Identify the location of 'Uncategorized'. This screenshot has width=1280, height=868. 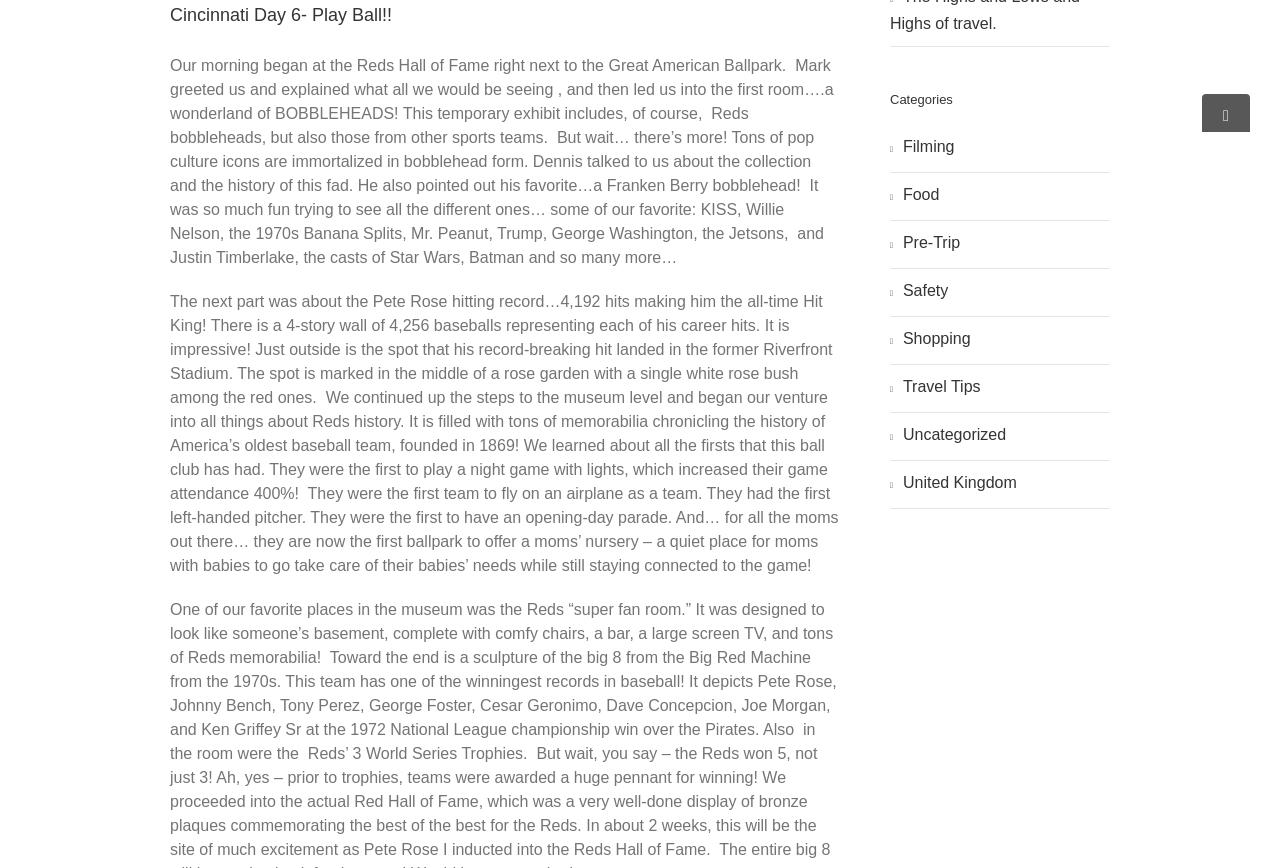
(952, 433).